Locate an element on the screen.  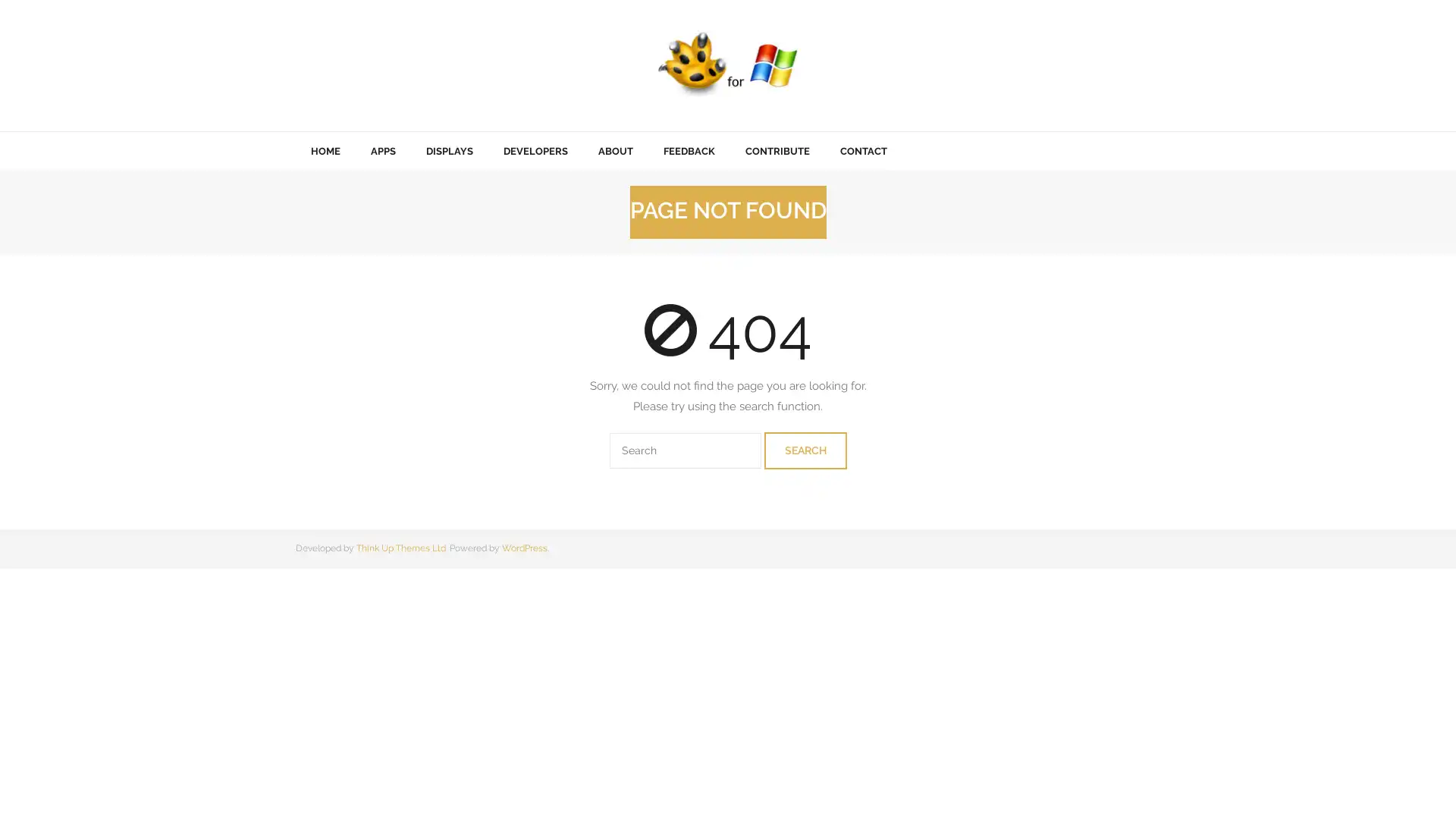
Search is located at coordinates (804, 450).